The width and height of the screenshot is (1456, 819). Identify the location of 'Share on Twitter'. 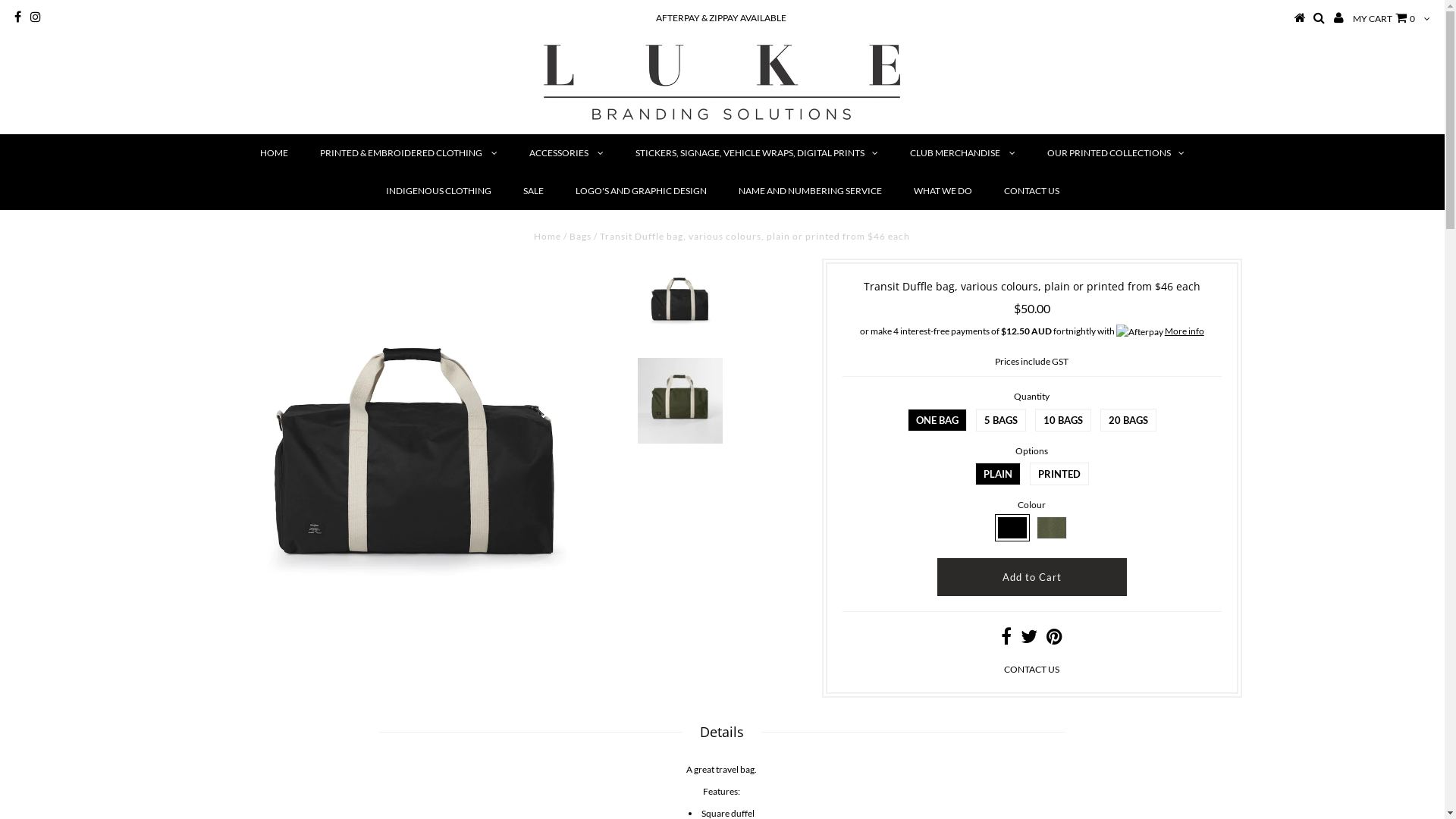
(1029, 639).